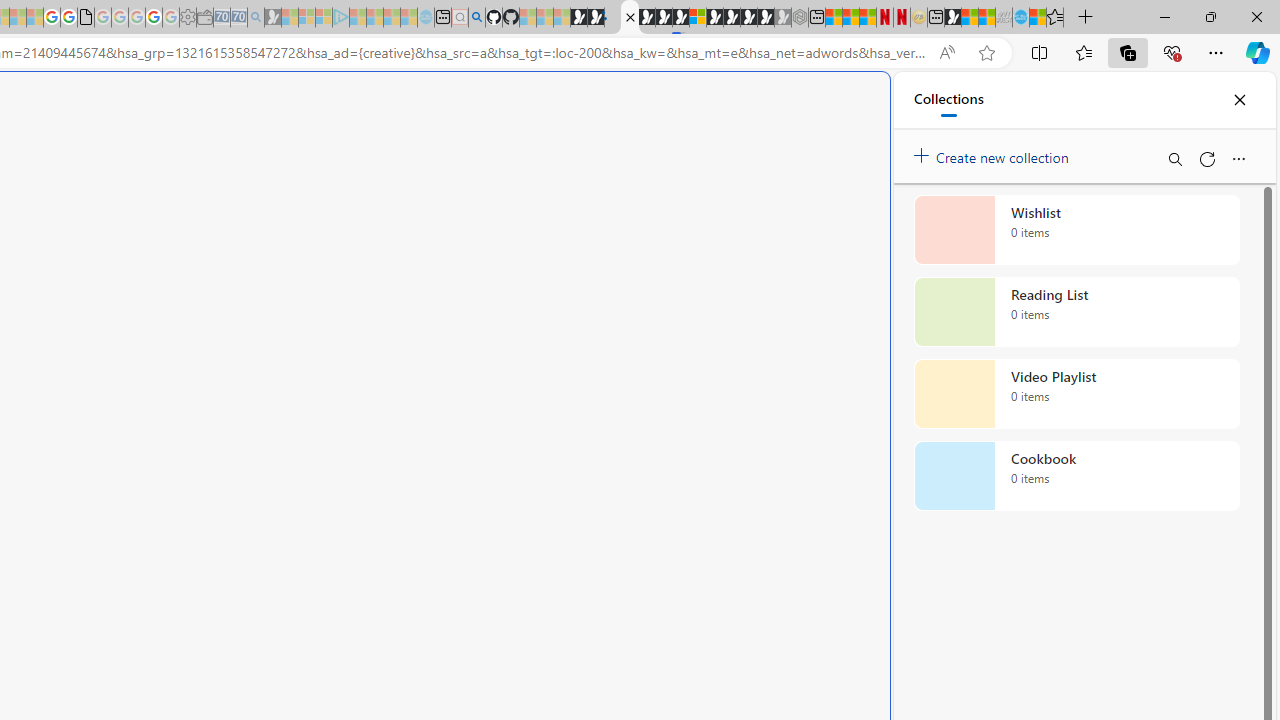  I want to click on 'Cookbook collection, 0 items', so click(1076, 475).